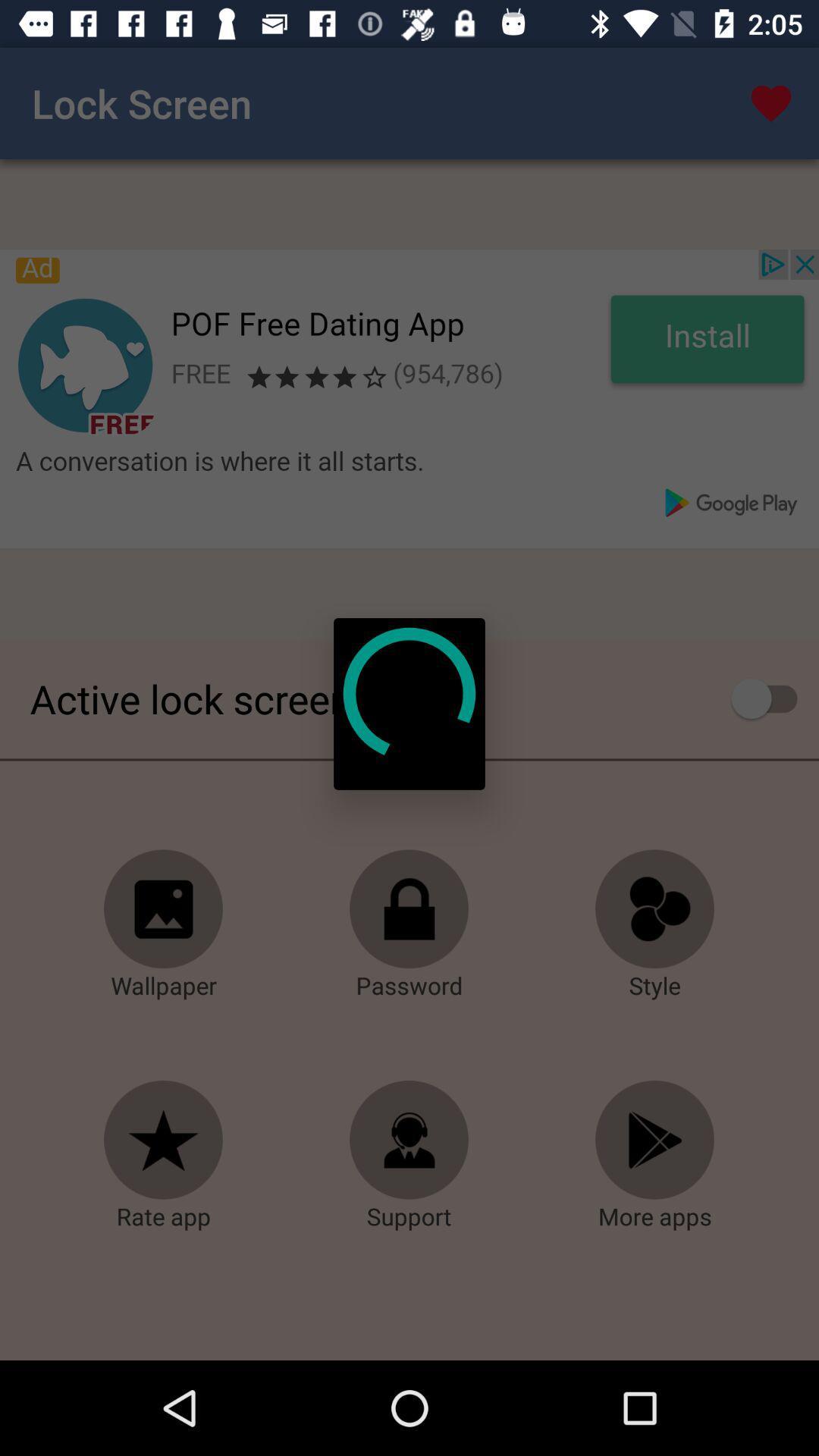 The height and width of the screenshot is (1456, 819). Describe the element at coordinates (164, 909) in the screenshot. I see `wallpaper option` at that location.